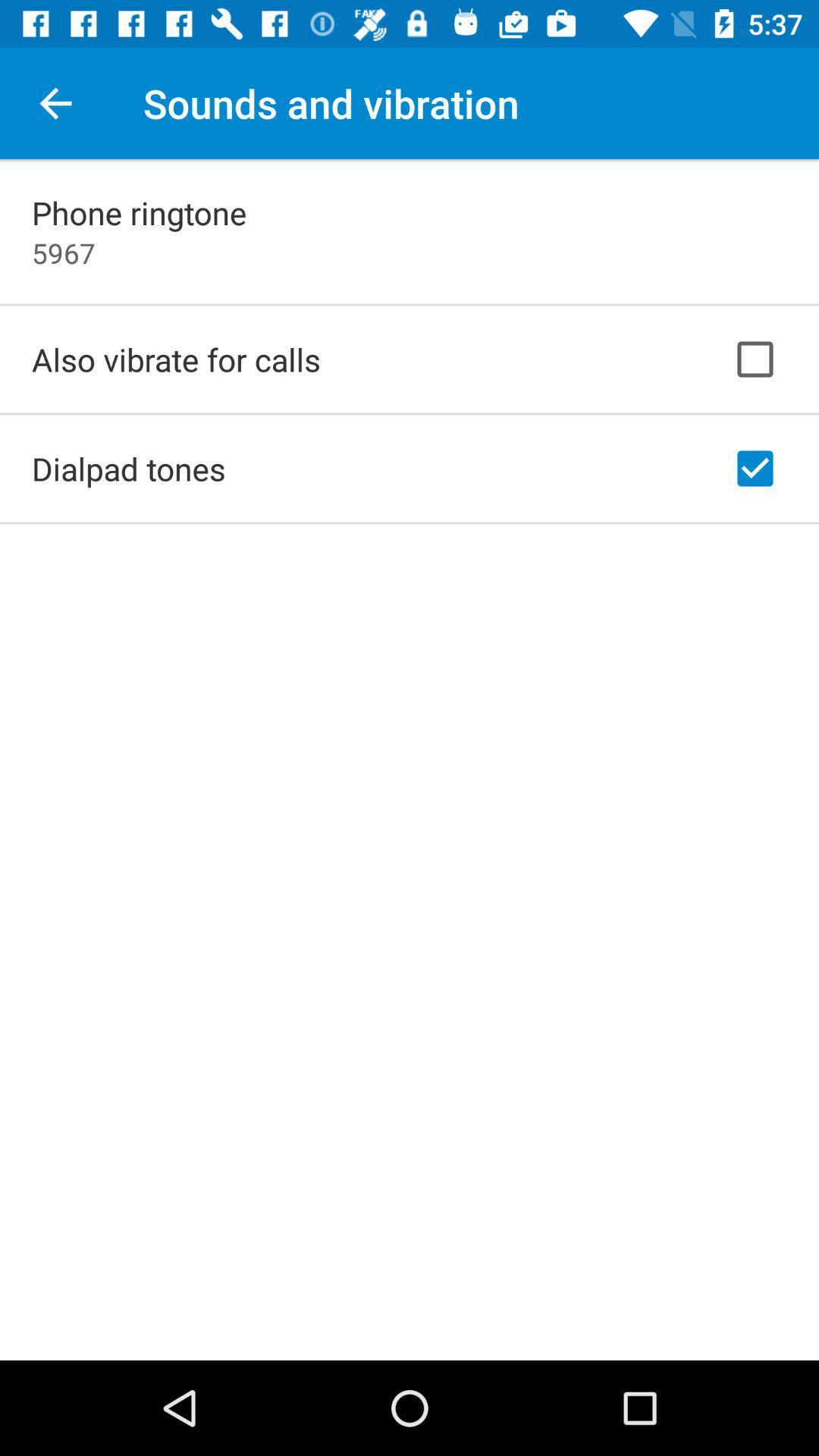  What do you see at coordinates (63, 253) in the screenshot?
I see `app above also vibrate for app` at bounding box center [63, 253].